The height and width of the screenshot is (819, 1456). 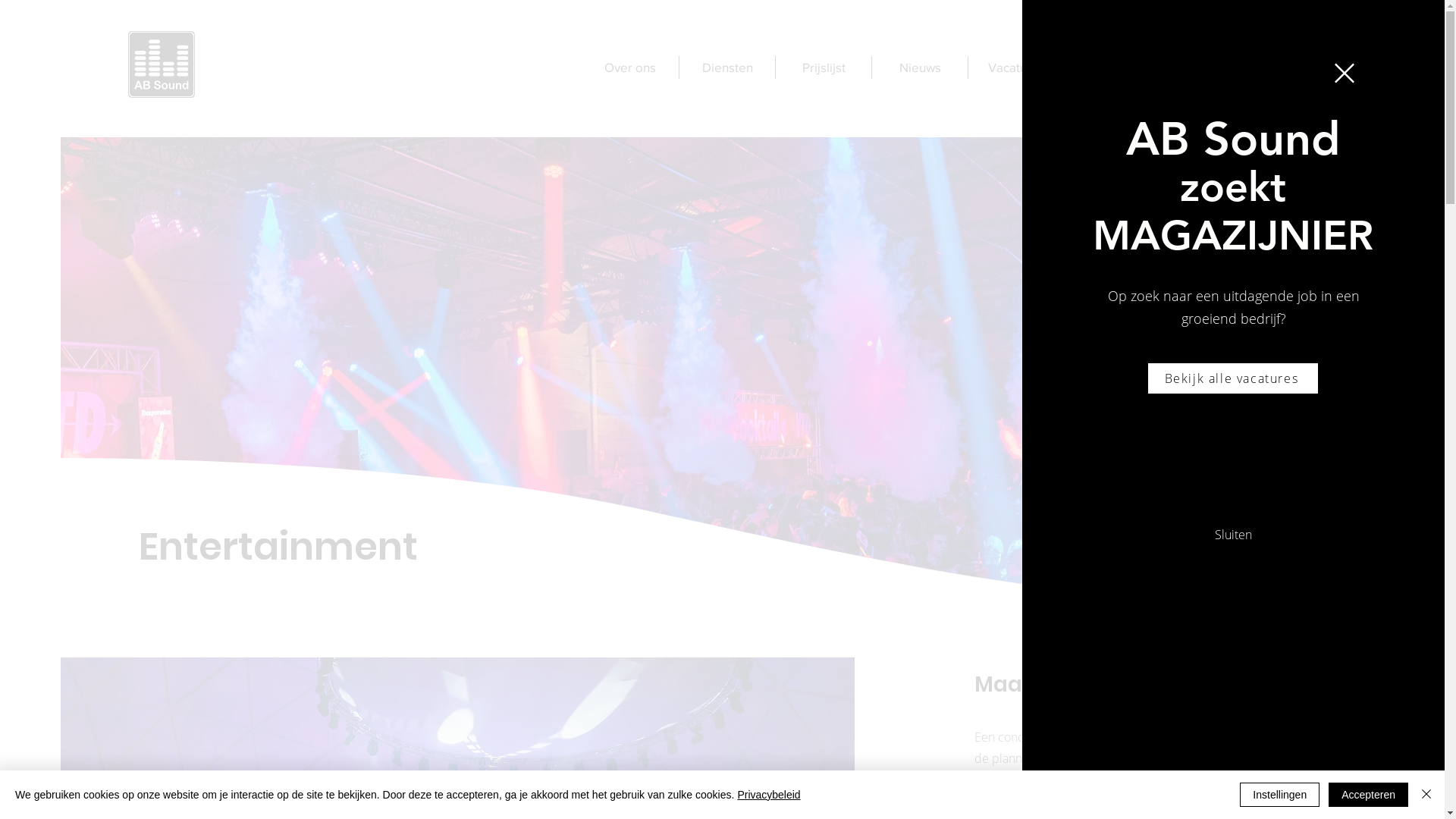 What do you see at coordinates (1368, 794) in the screenshot?
I see `'Accepteren'` at bounding box center [1368, 794].